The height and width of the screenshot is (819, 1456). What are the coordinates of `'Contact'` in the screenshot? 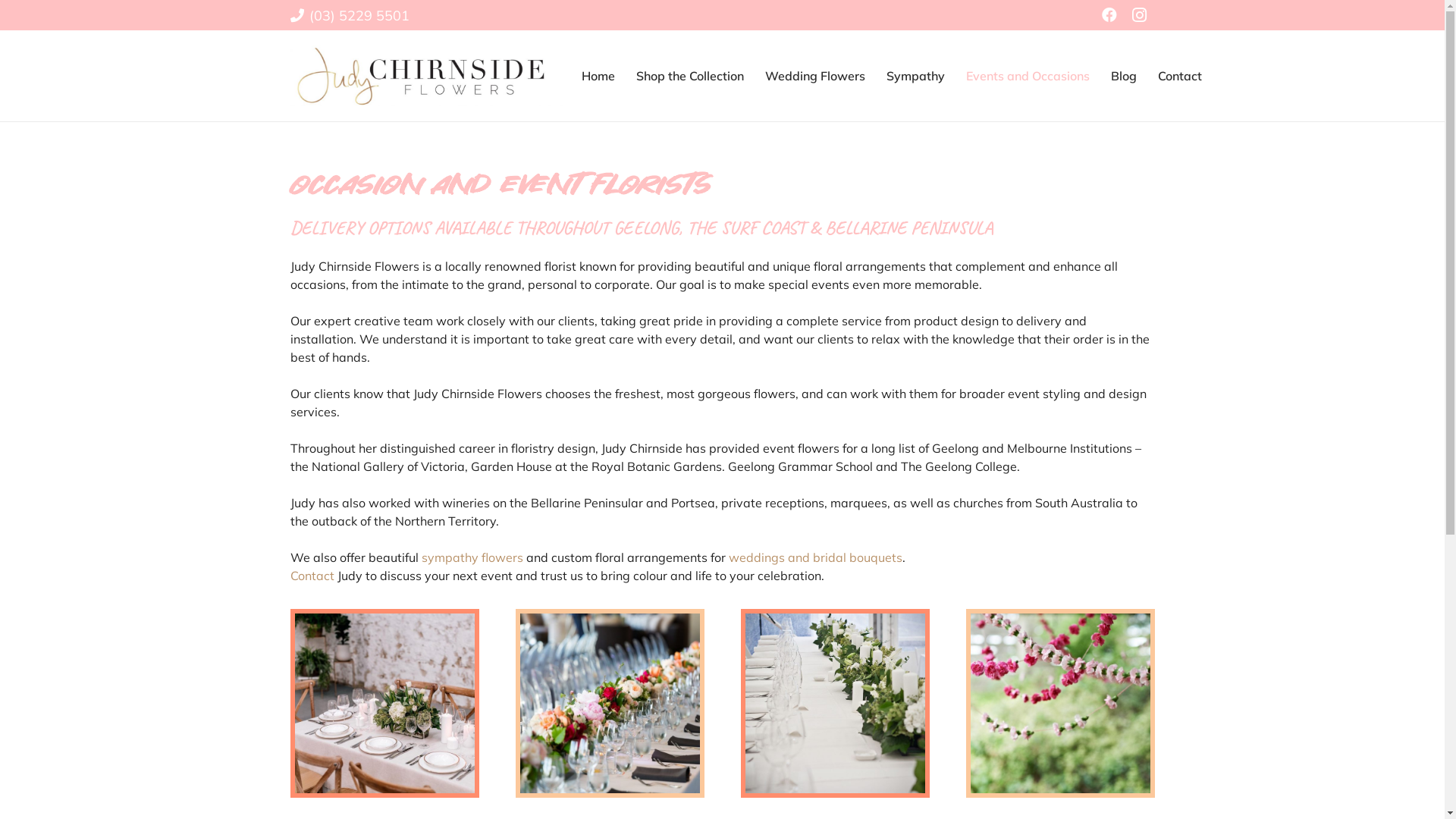 It's located at (311, 576).